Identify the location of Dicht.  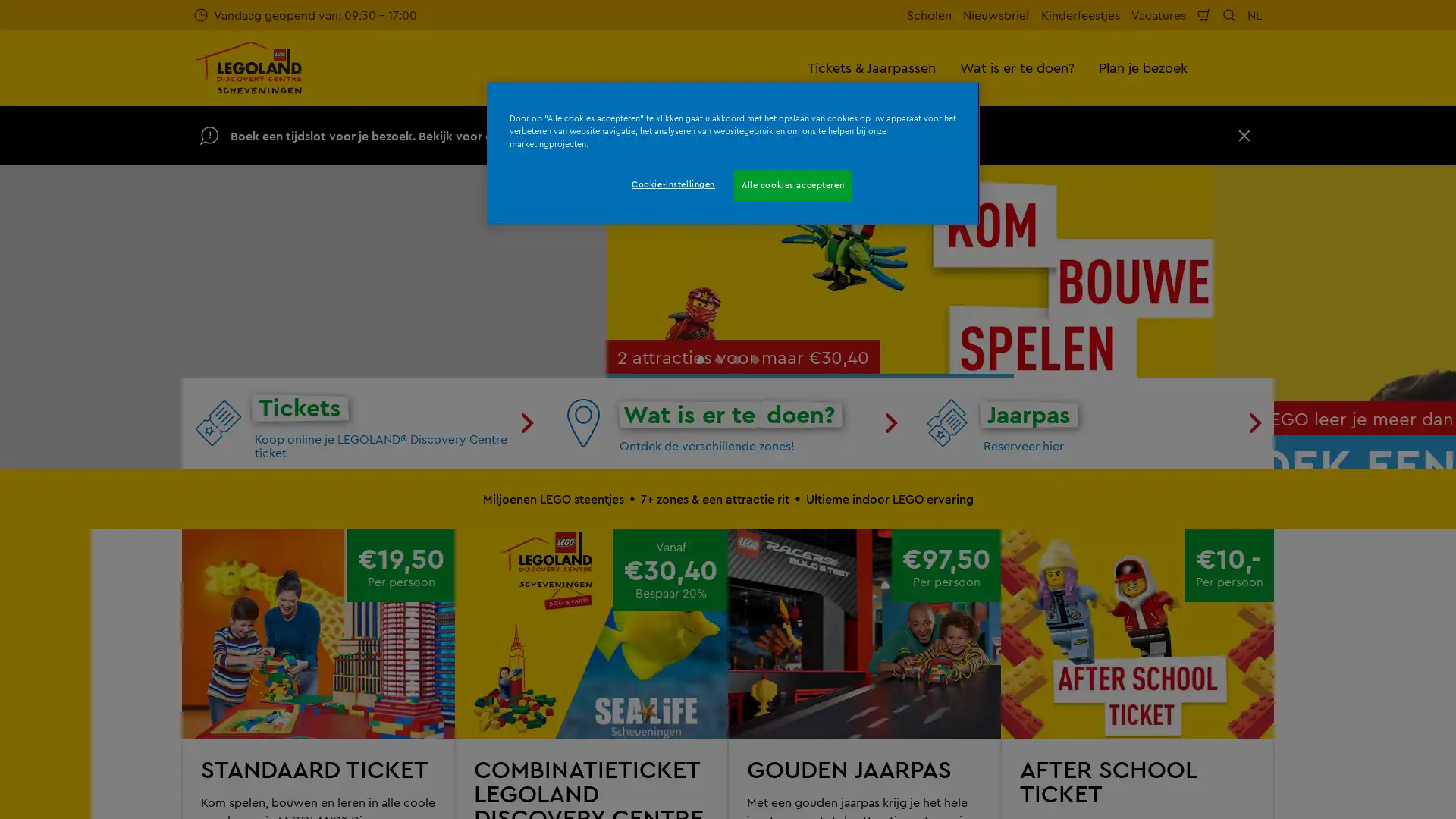
(1244, 134).